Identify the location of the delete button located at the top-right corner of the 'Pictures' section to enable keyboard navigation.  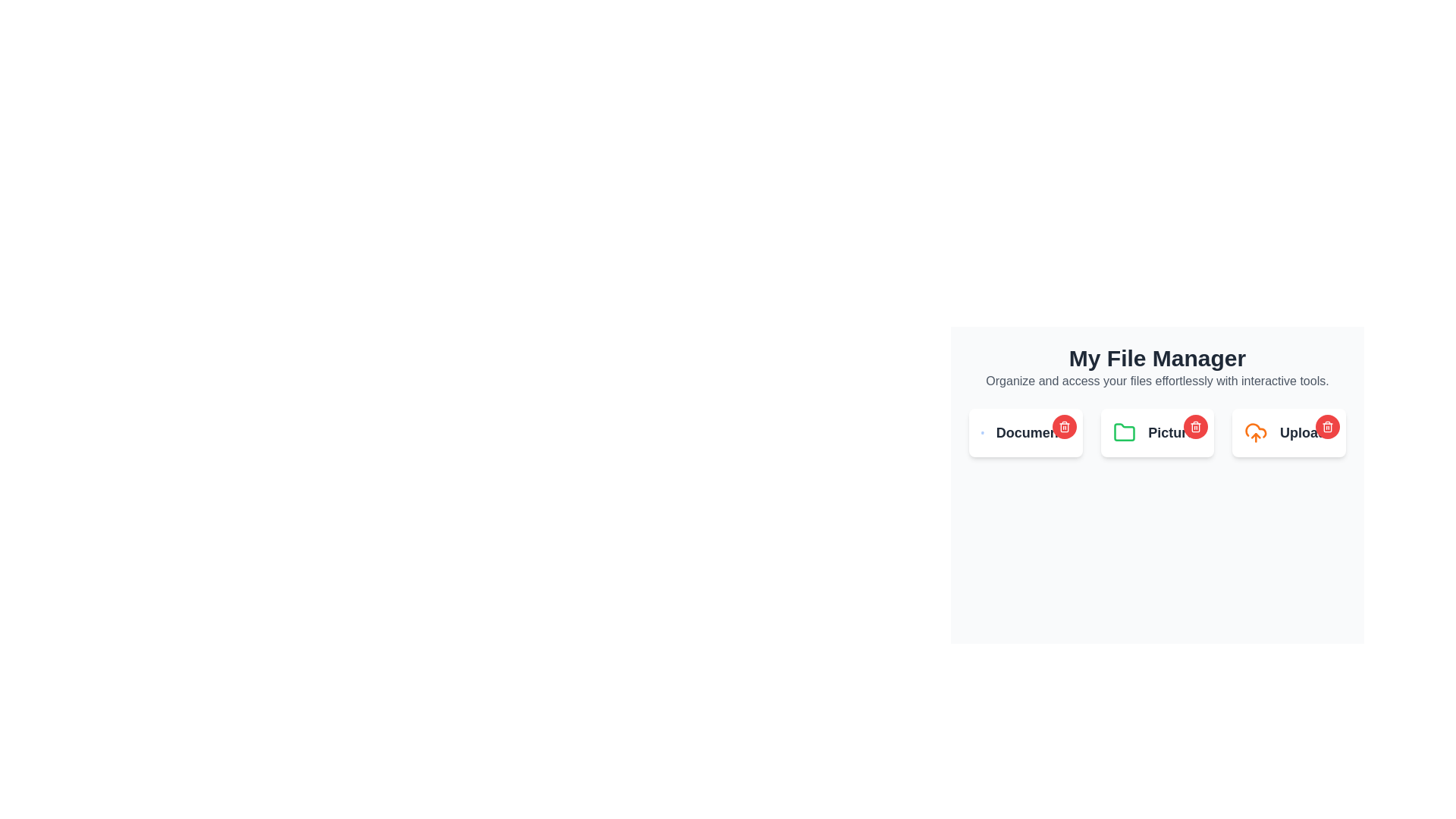
(1195, 427).